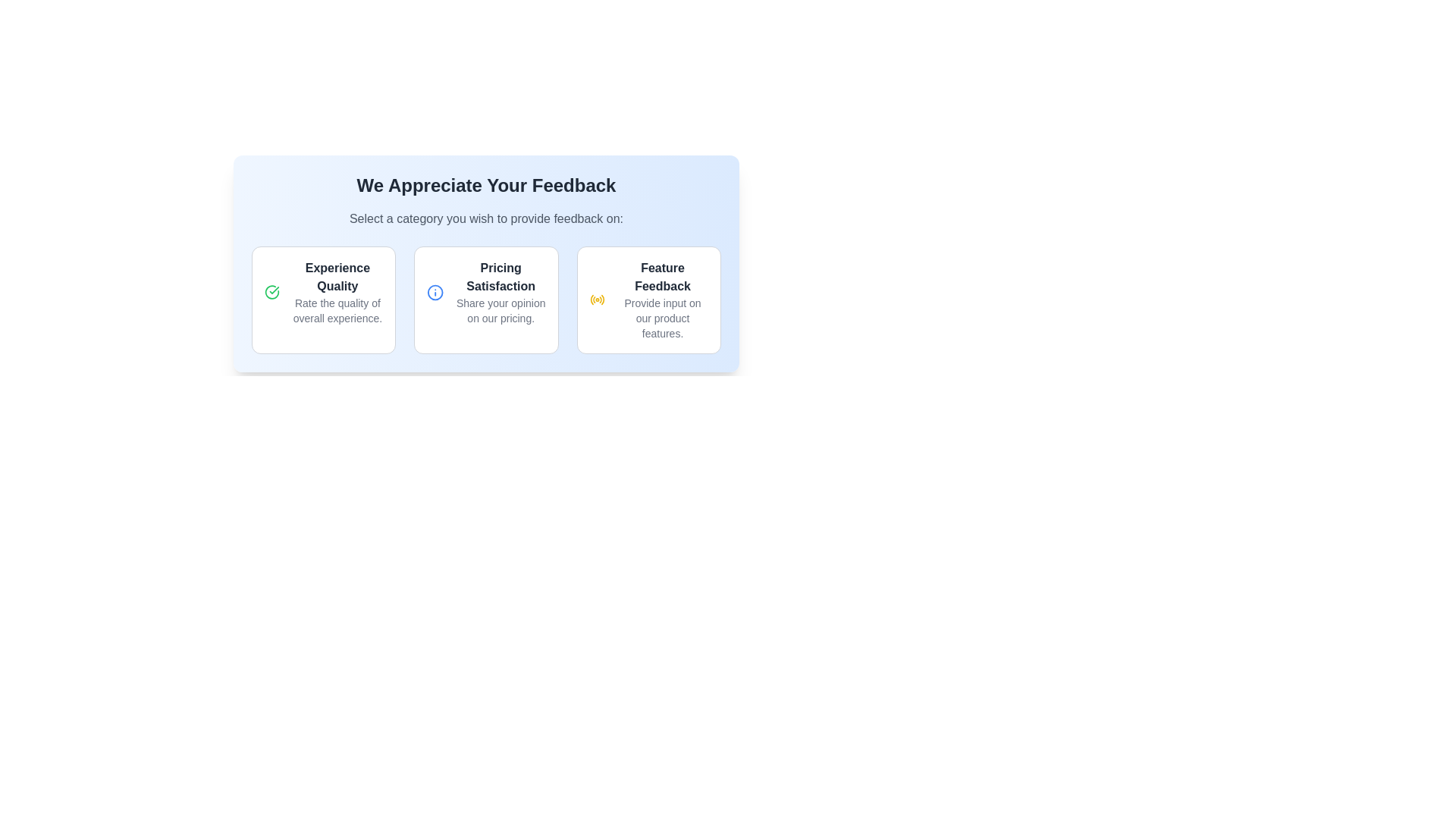 The width and height of the screenshot is (1456, 819). What do you see at coordinates (435, 292) in the screenshot?
I see `the visual indicator icon representing 'Pricing Satisfaction' located in the second tile from the left, below the text 'We Appreciate Your Feedback'` at bounding box center [435, 292].